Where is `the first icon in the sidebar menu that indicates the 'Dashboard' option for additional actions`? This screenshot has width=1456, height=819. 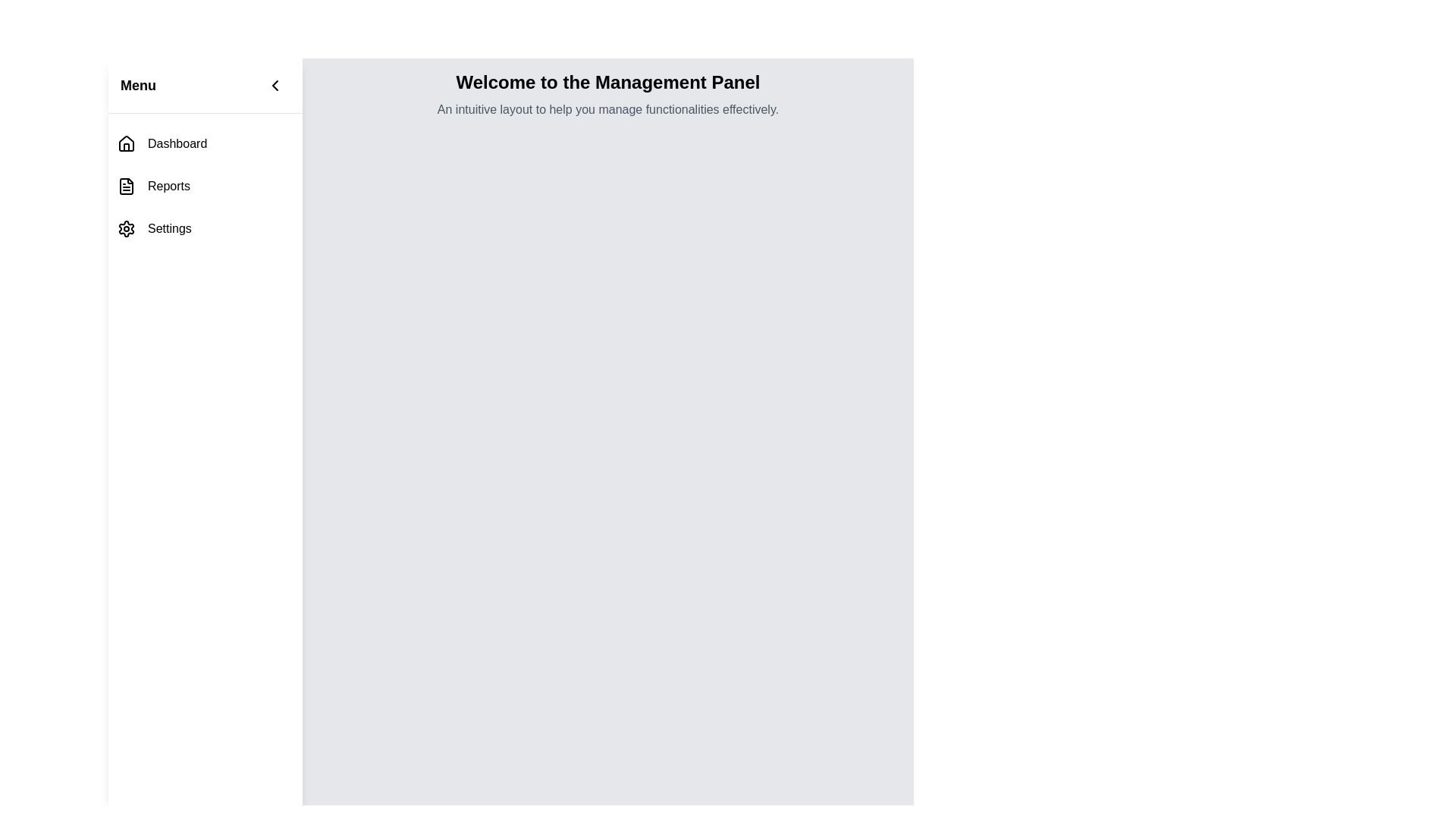 the first icon in the sidebar menu that indicates the 'Dashboard' option for additional actions is located at coordinates (127, 143).